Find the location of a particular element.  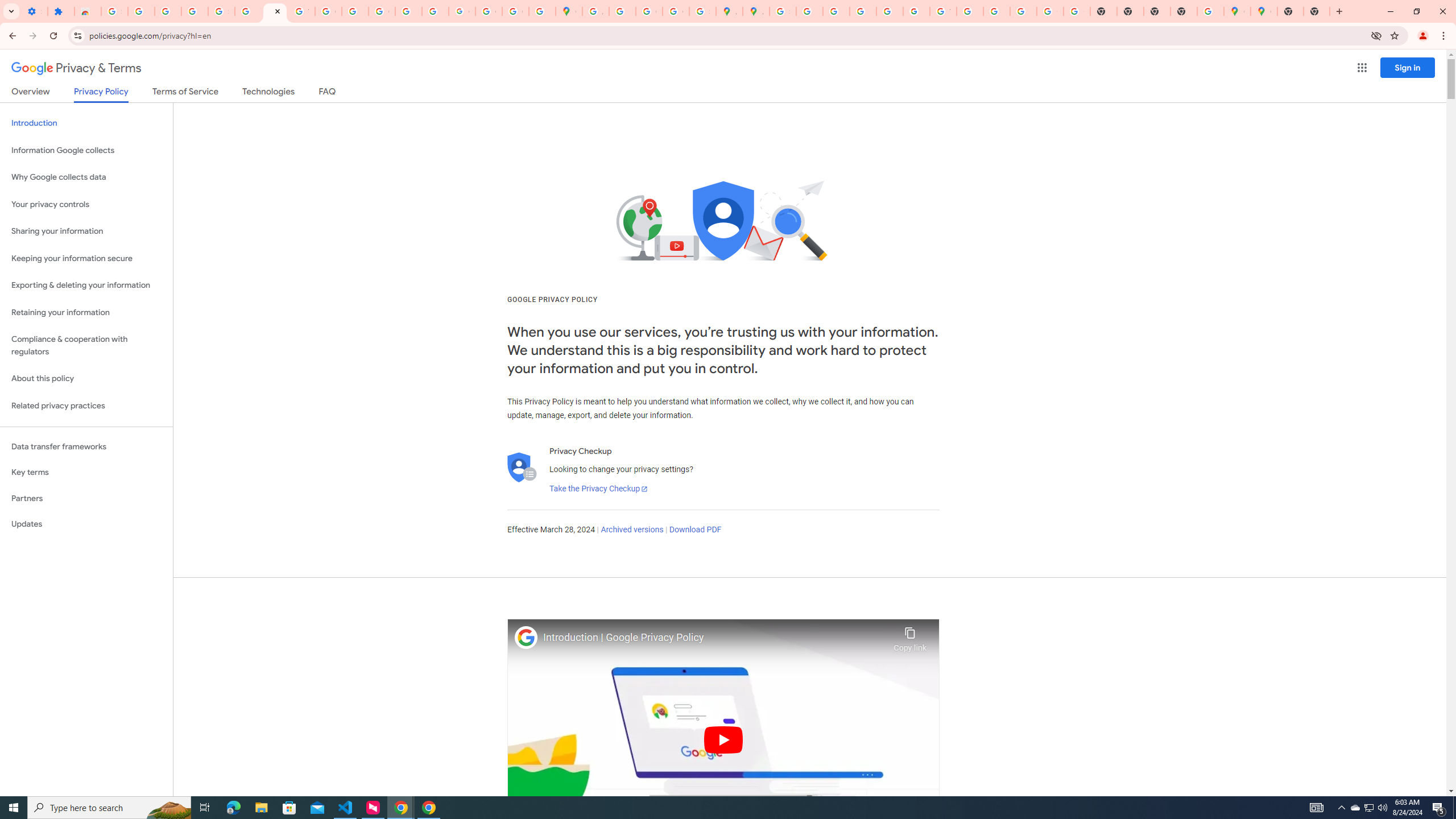

'Photo image of Google' is located at coordinates (526, 636).